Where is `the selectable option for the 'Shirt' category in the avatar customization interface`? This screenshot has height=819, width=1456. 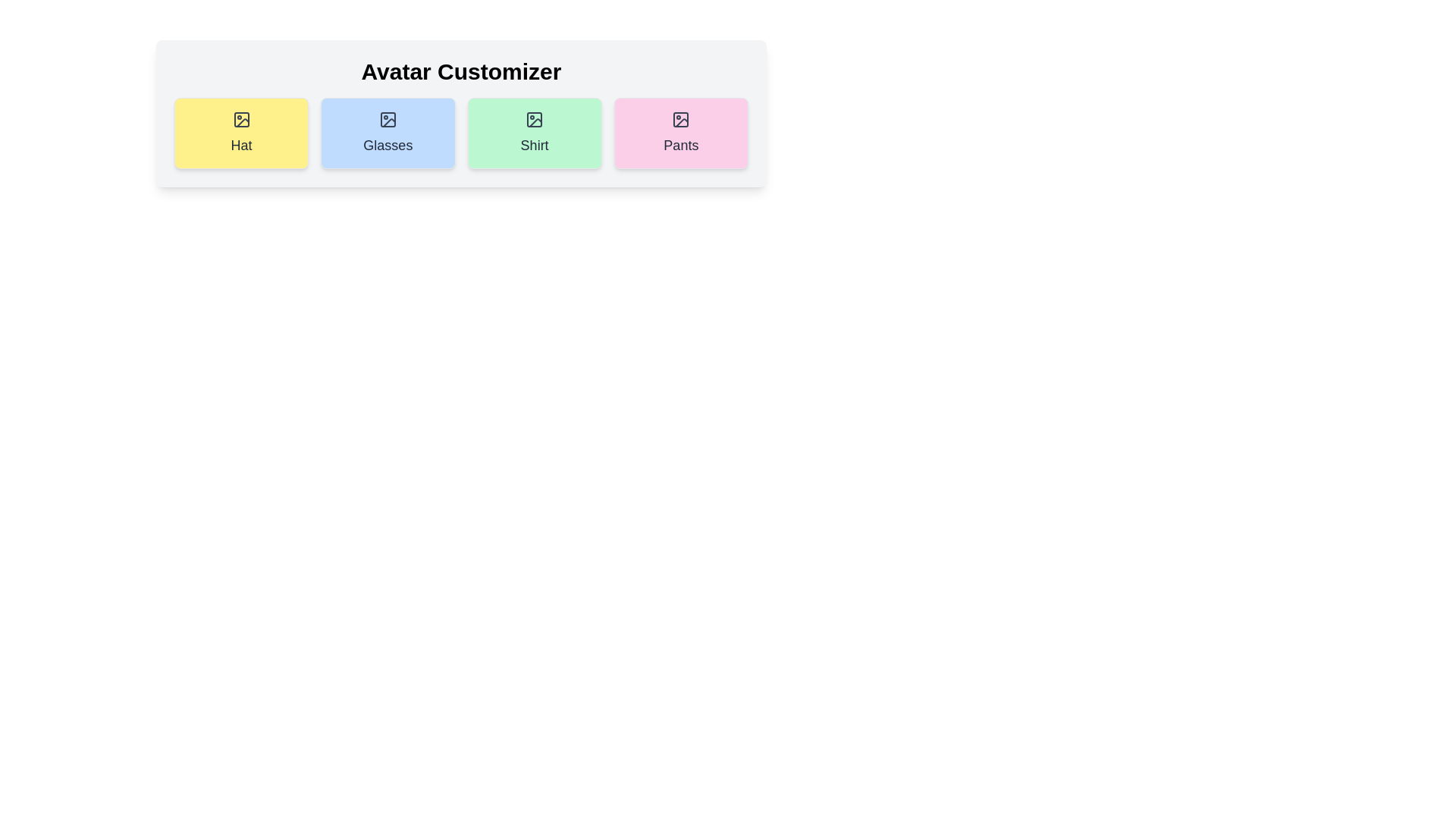
the selectable option for the 'Shirt' category in the avatar customization interface is located at coordinates (535, 133).